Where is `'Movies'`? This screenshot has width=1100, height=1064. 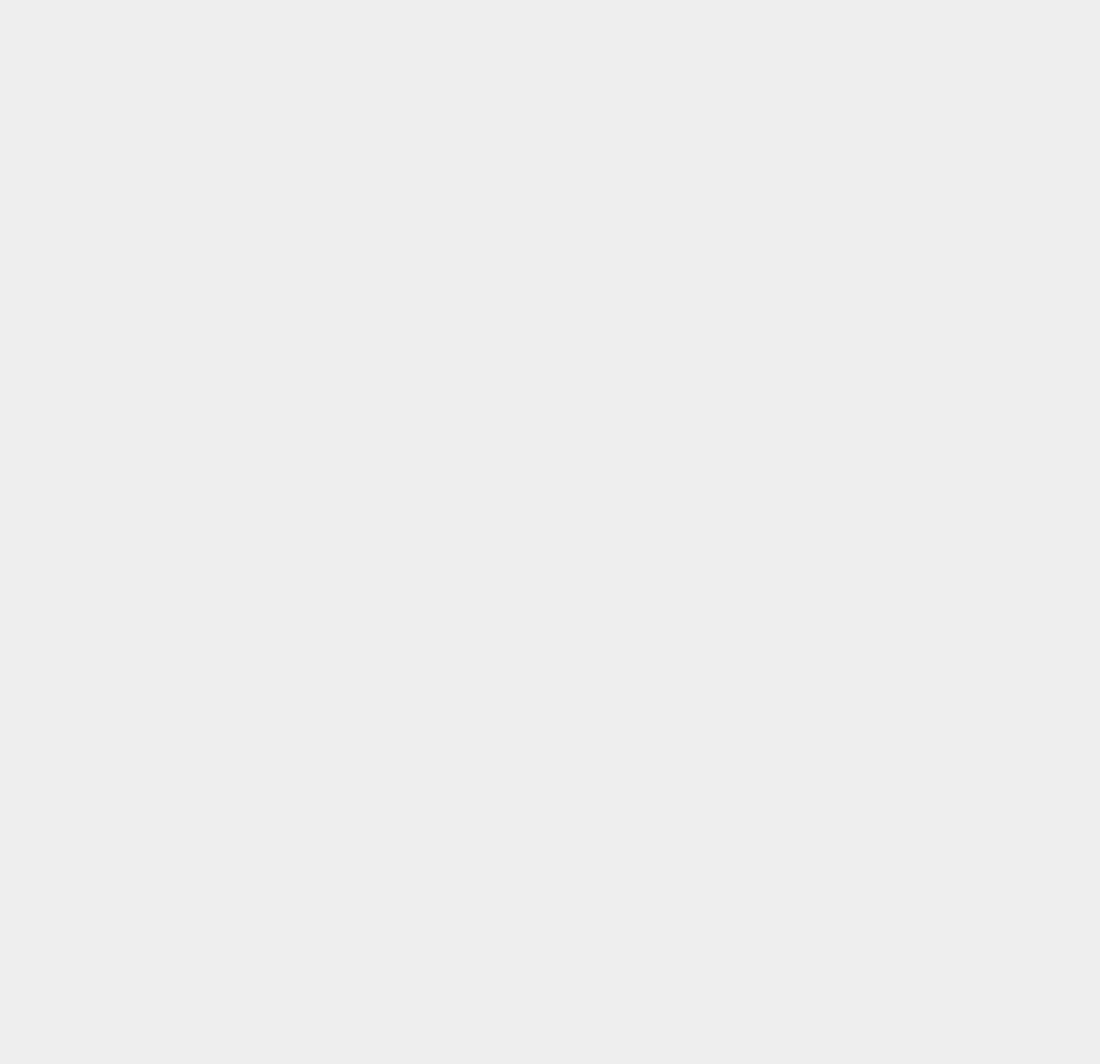 'Movies' is located at coordinates (800, 461).